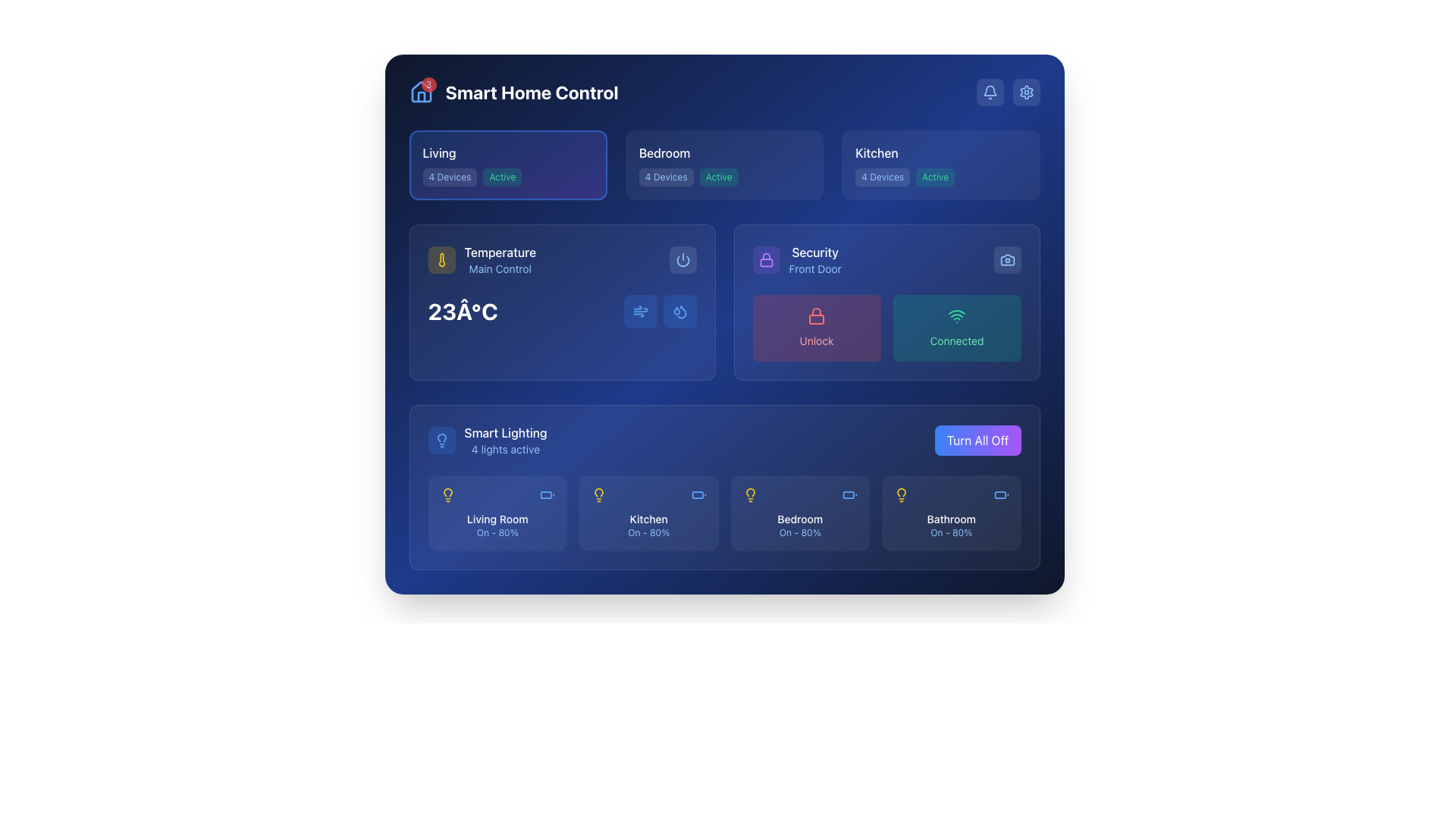  Describe the element at coordinates (1001, 494) in the screenshot. I see `the blue battery icon located in the bottom right corner of the 'Bathroom' card, next to the light bulb icon` at that location.